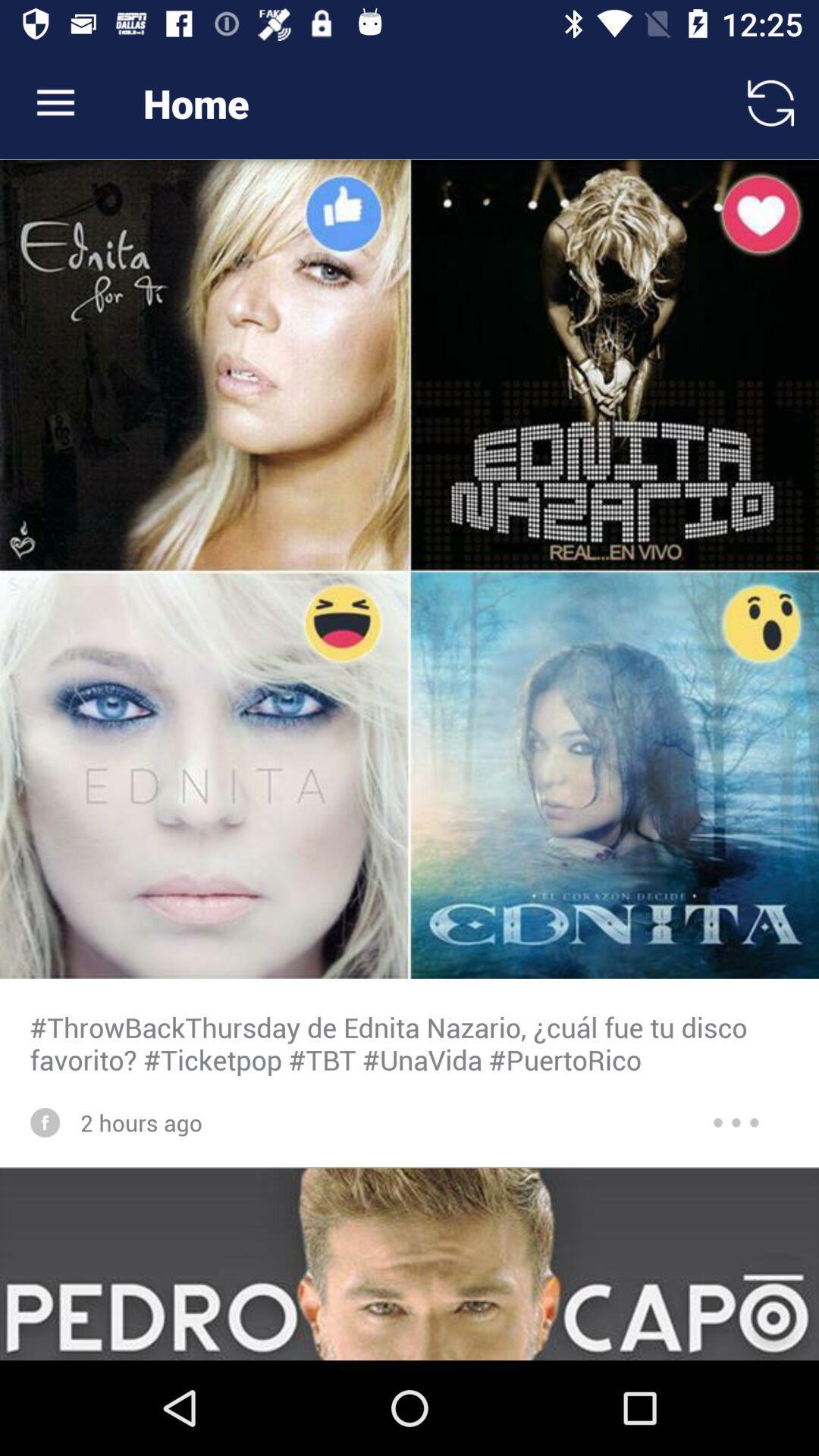 This screenshot has width=819, height=1456. Describe the element at coordinates (771, 102) in the screenshot. I see `the item next to the home icon` at that location.